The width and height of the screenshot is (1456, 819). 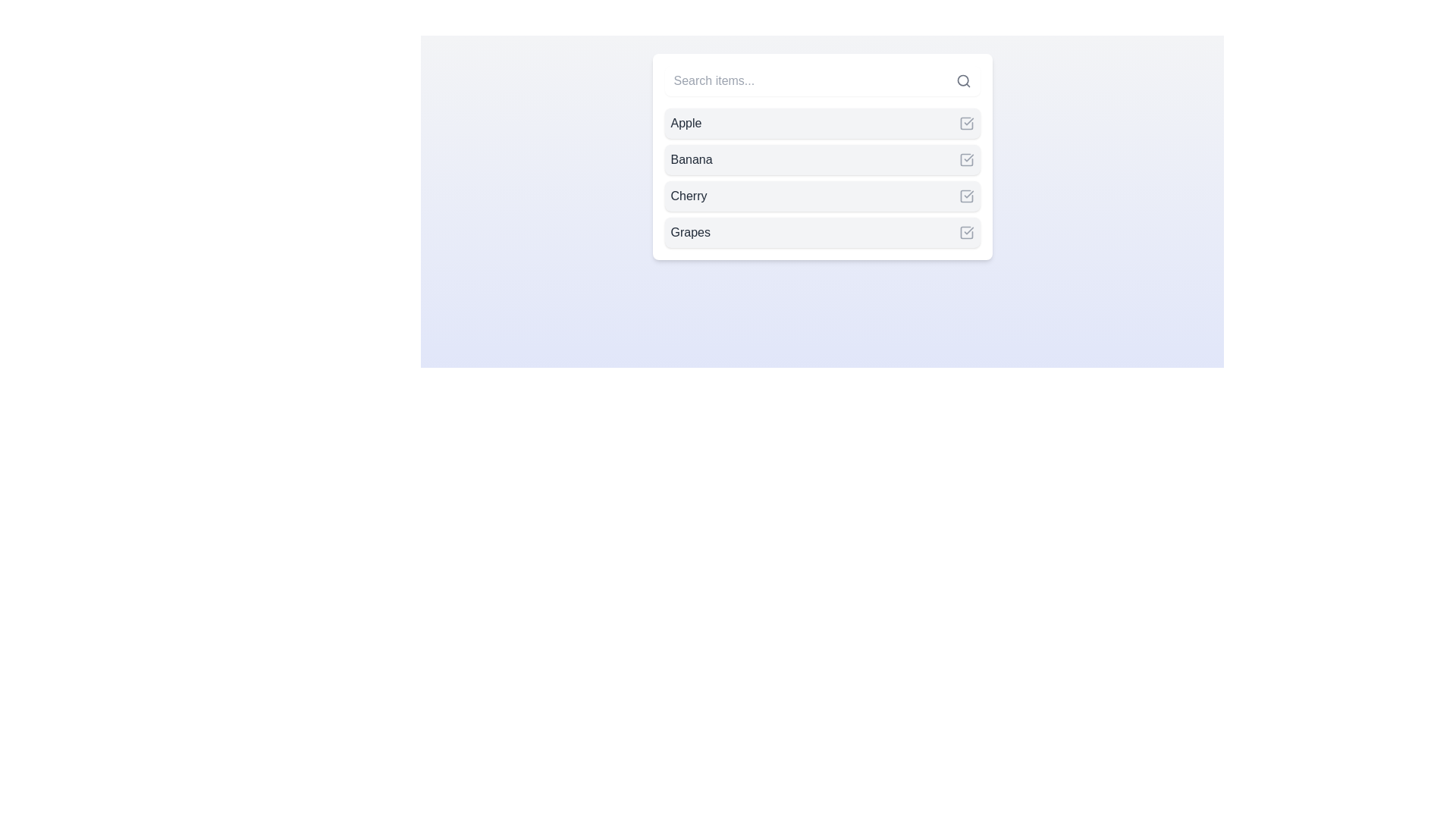 What do you see at coordinates (691, 160) in the screenshot?
I see `the text label displaying 'Banana' in dark gray font, which is positioned second in the vertical list of items` at bounding box center [691, 160].